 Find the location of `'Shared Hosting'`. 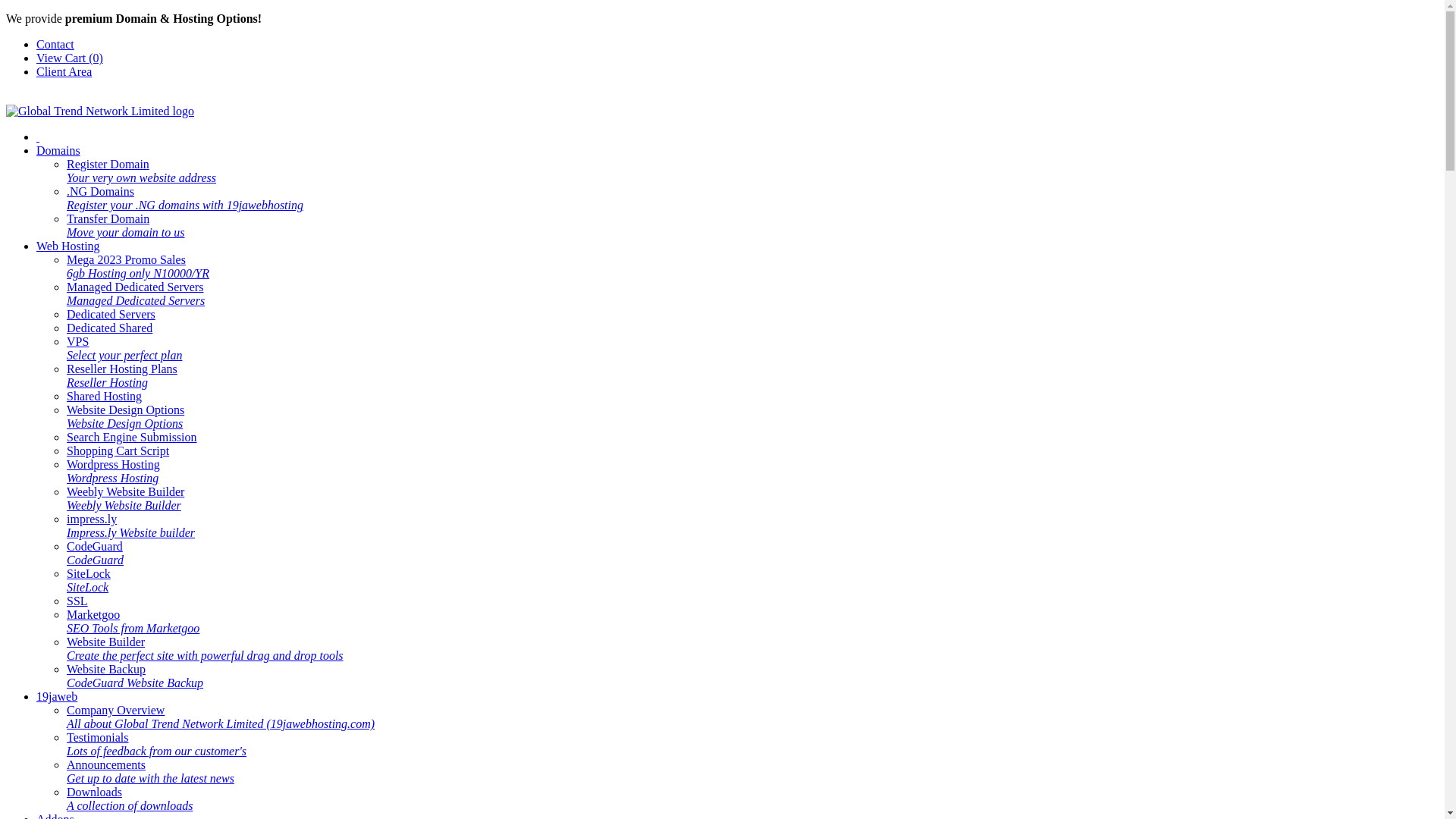

'Shared Hosting' is located at coordinates (103, 395).